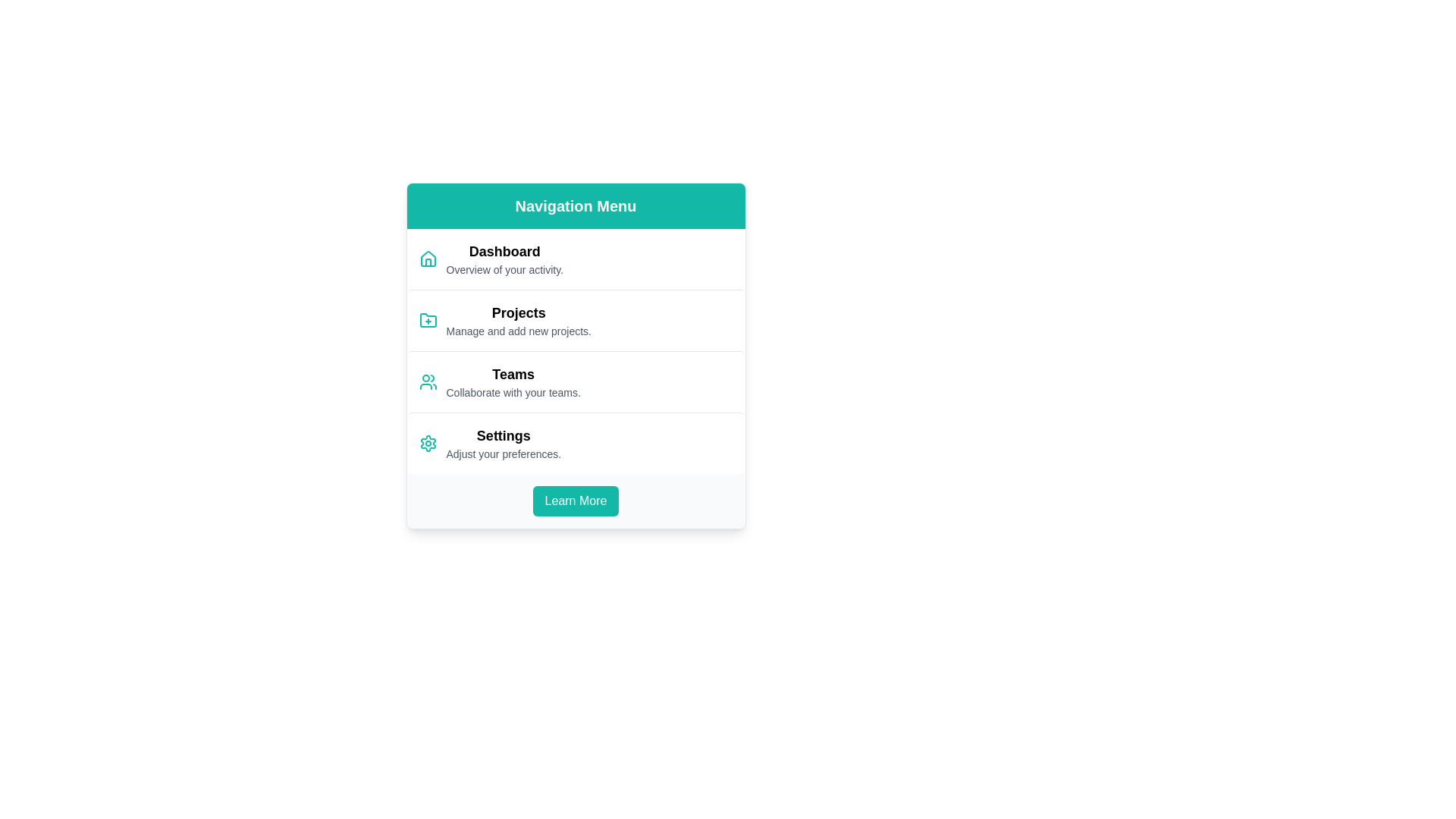 The image size is (1456, 819). Describe the element at coordinates (427, 444) in the screenshot. I see `the primary cogwheel icon in the 'Settings' menu` at that location.